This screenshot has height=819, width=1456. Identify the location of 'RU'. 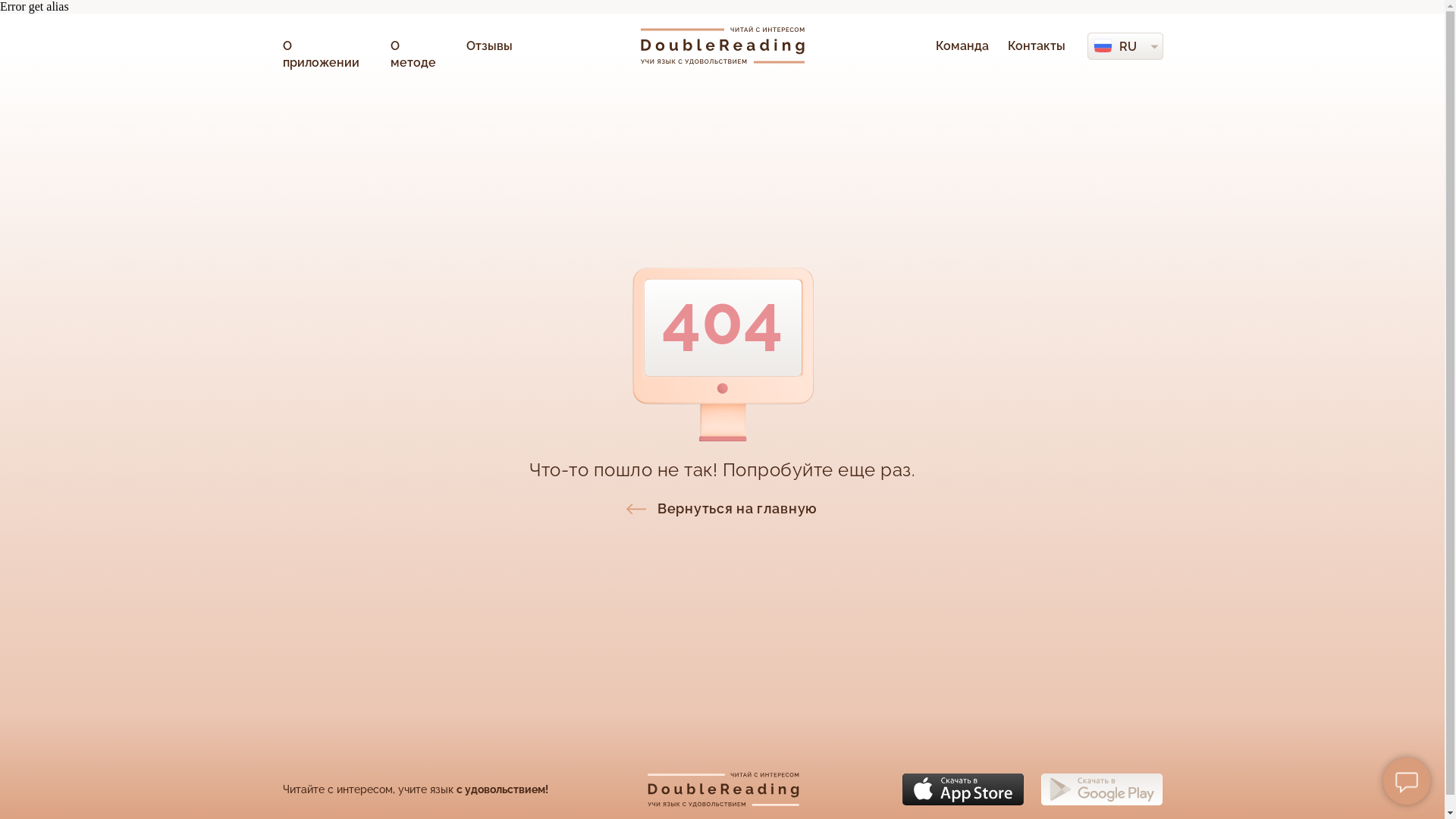
(1128, 45).